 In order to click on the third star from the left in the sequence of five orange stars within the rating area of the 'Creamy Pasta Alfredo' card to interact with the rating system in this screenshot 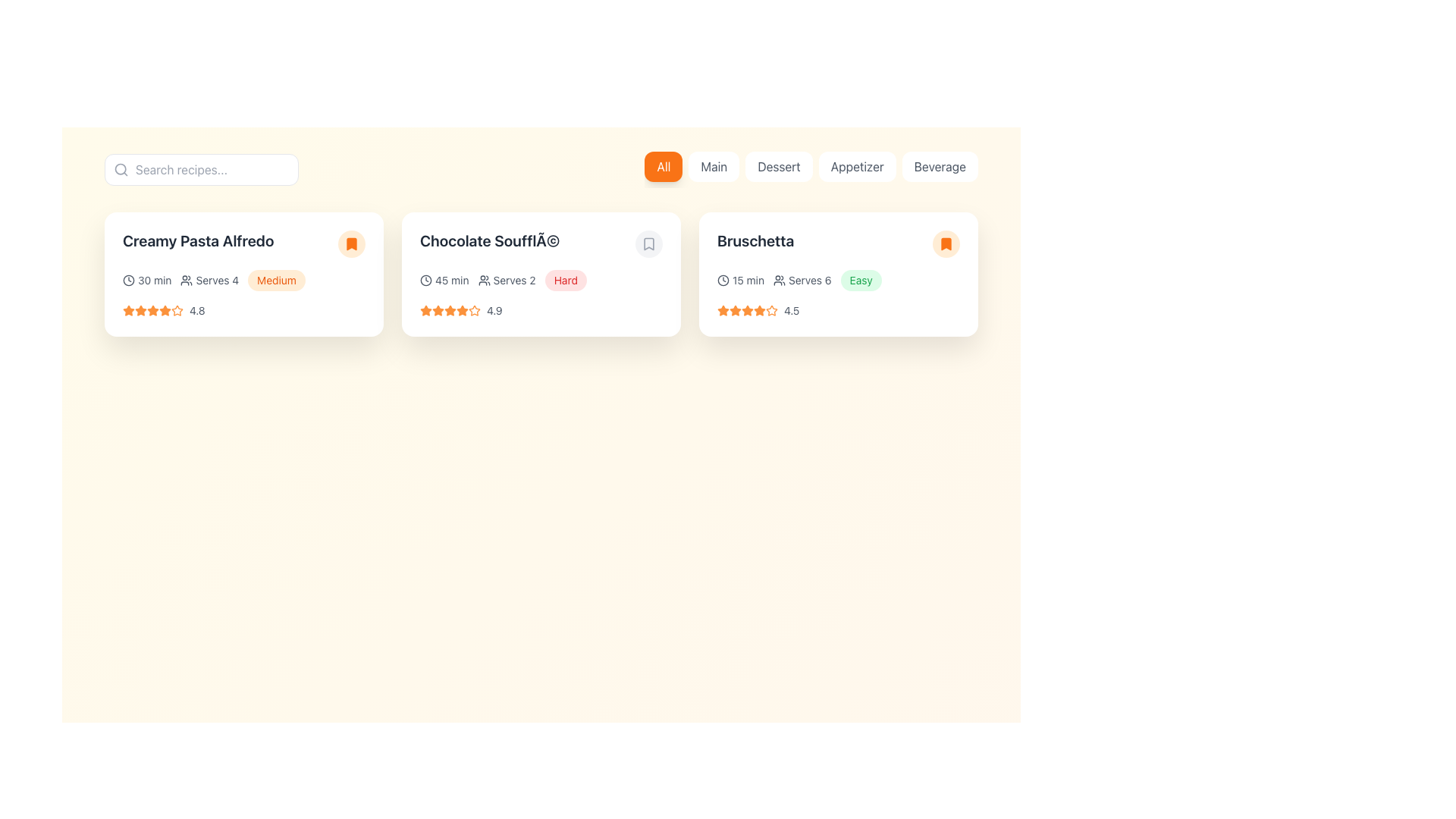, I will do `click(152, 309)`.